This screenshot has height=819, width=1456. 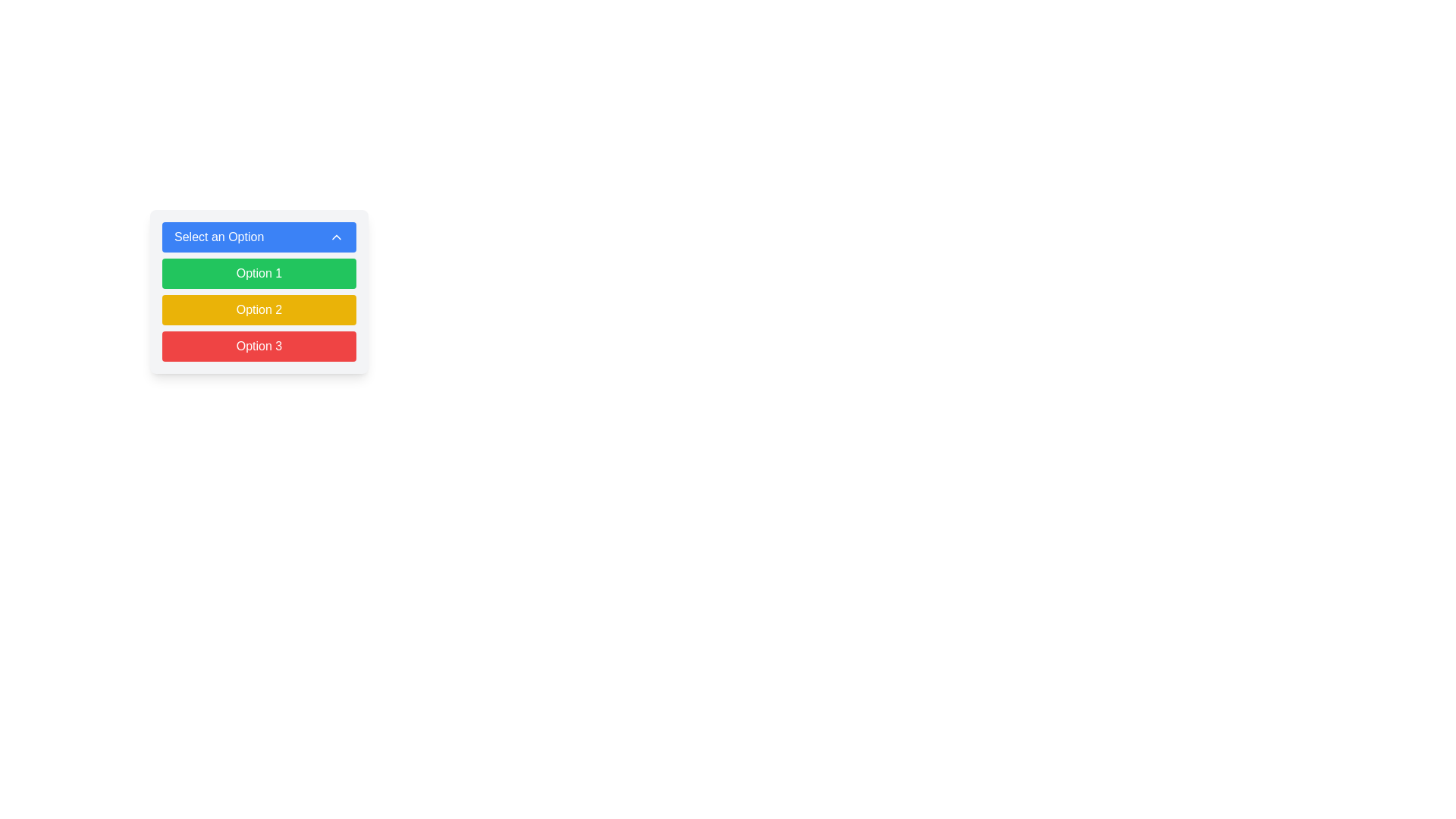 What do you see at coordinates (259, 274) in the screenshot?
I see `the top-most button labeled 'Option 1', which is located below the 'Select an Option' dropdown` at bounding box center [259, 274].